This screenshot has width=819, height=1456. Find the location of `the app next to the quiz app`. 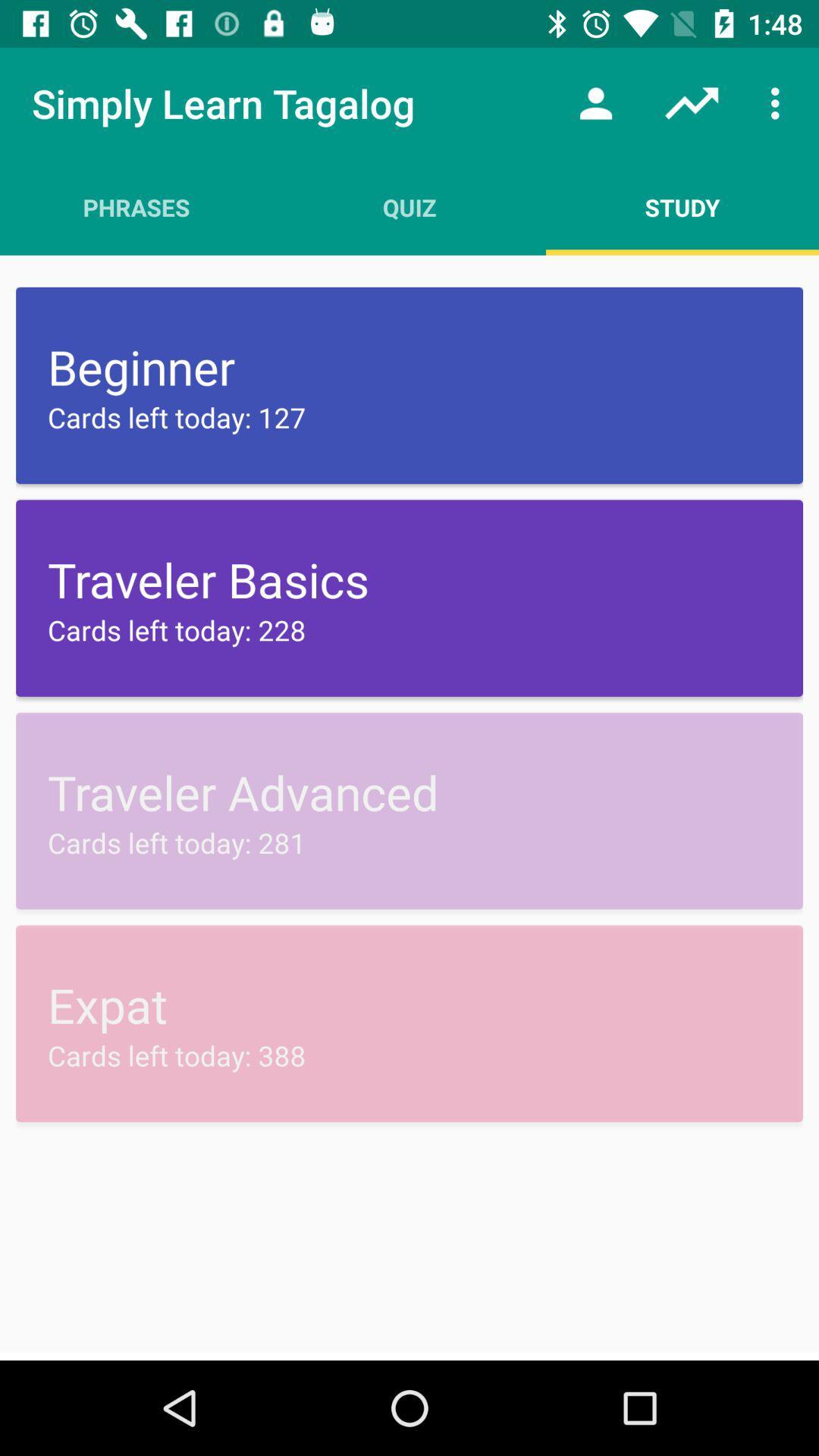

the app next to the quiz app is located at coordinates (595, 102).